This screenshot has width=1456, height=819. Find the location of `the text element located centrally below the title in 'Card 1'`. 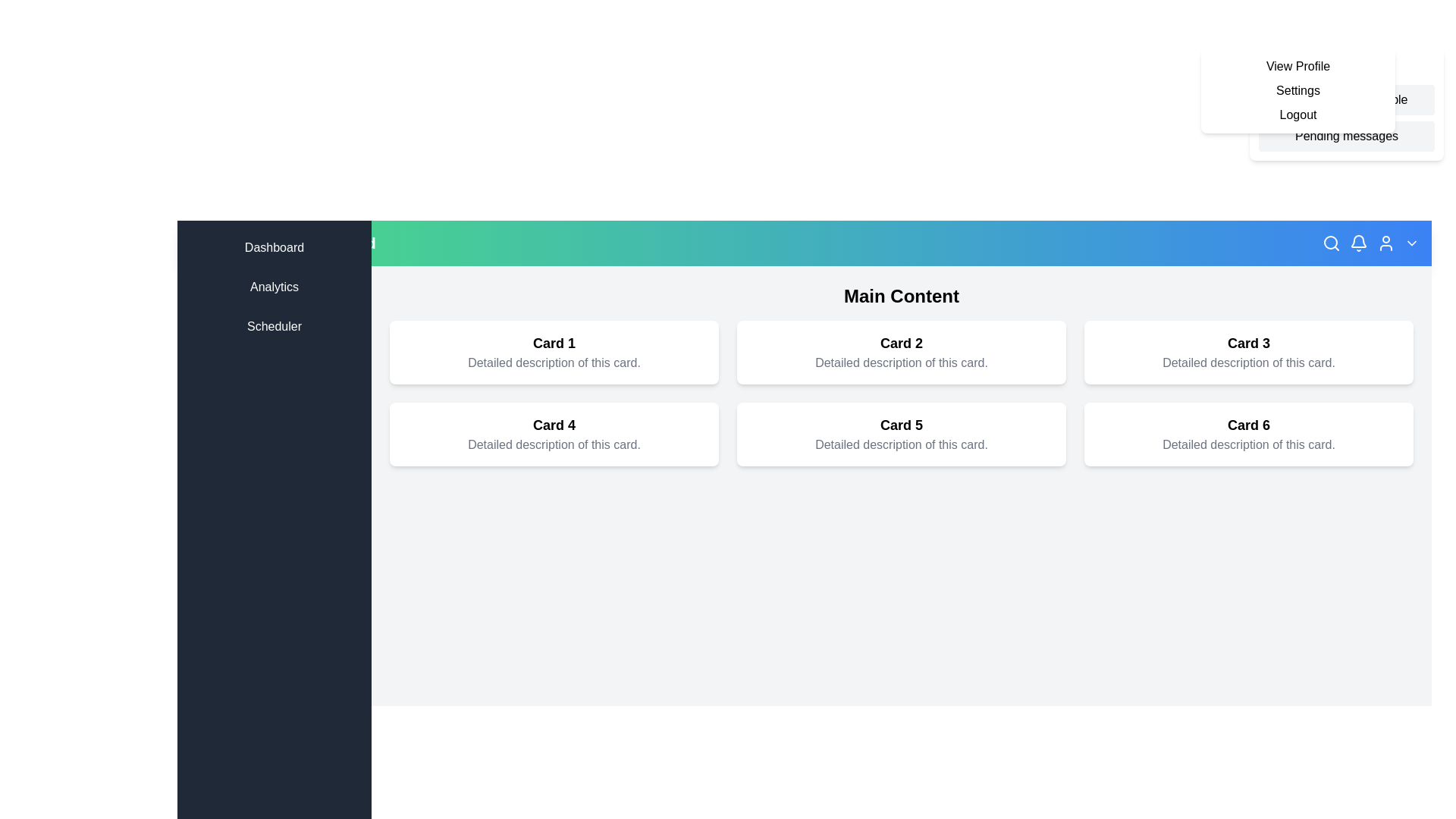

the text element located centrally below the title in 'Card 1' is located at coordinates (553, 362).